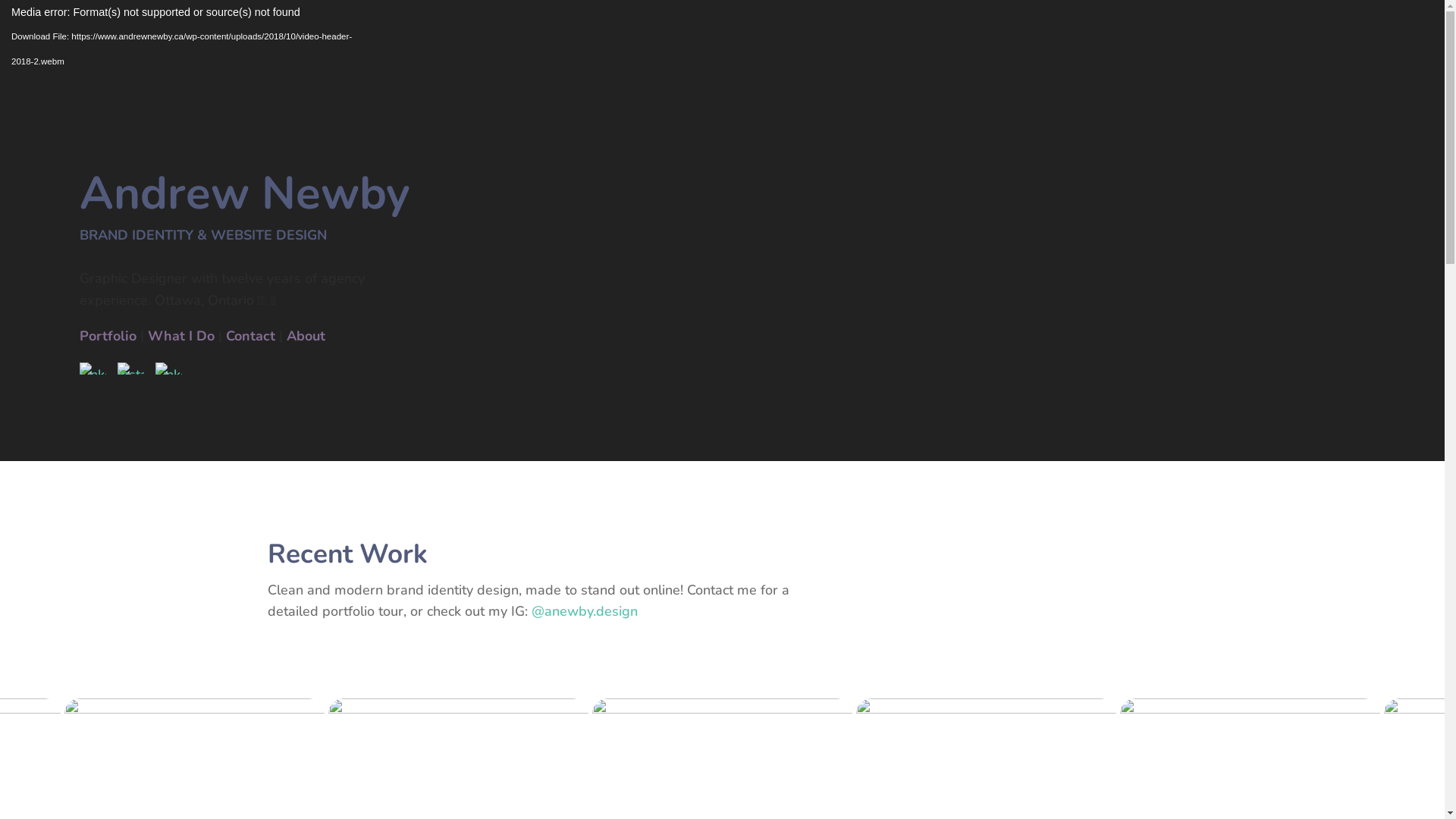 This screenshot has height=819, width=1456. I want to click on 'Contact', so click(250, 335).